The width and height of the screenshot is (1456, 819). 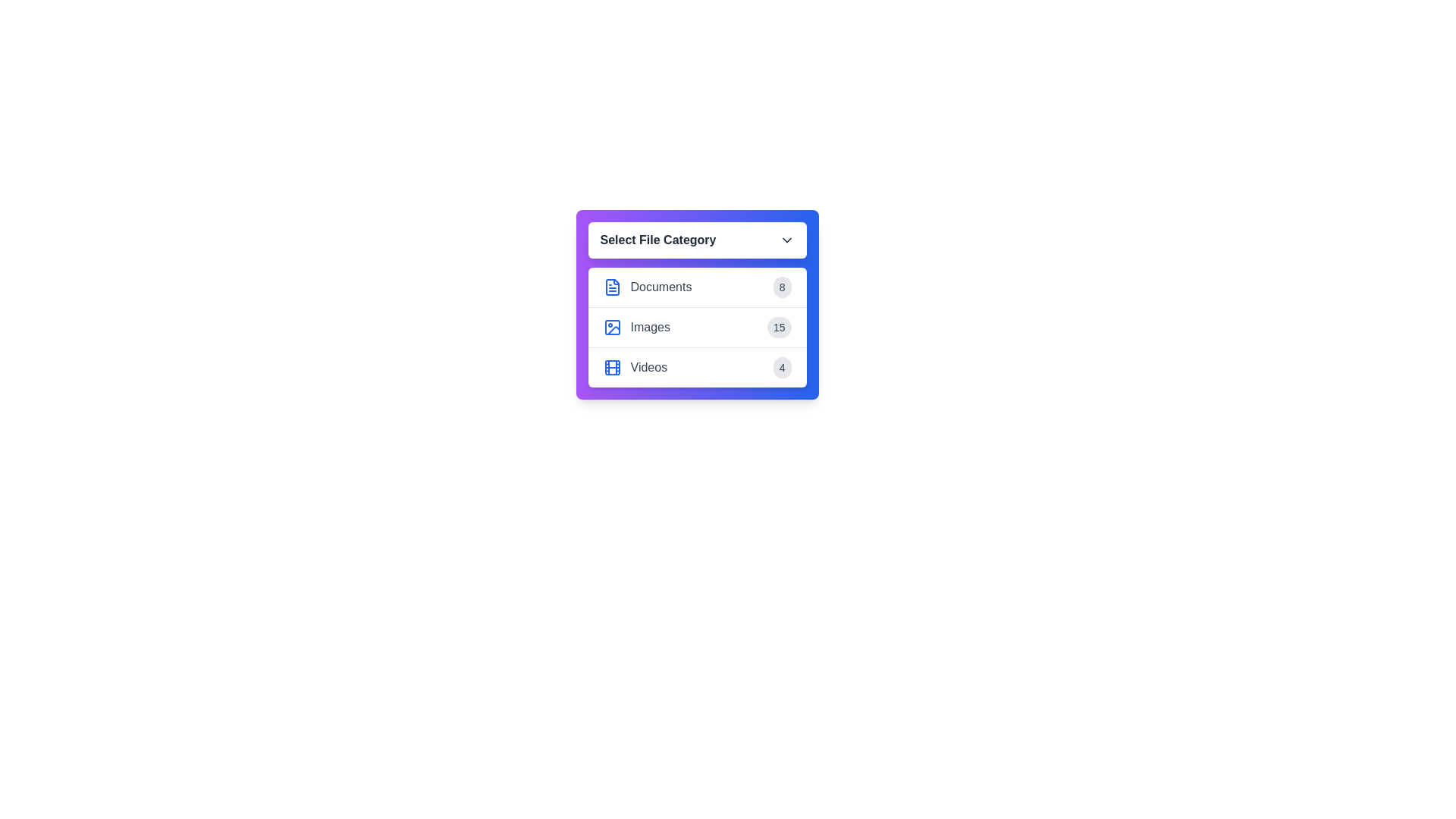 What do you see at coordinates (696, 326) in the screenshot?
I see `the 'Images' file category list item` at bounding box center [696, 326].